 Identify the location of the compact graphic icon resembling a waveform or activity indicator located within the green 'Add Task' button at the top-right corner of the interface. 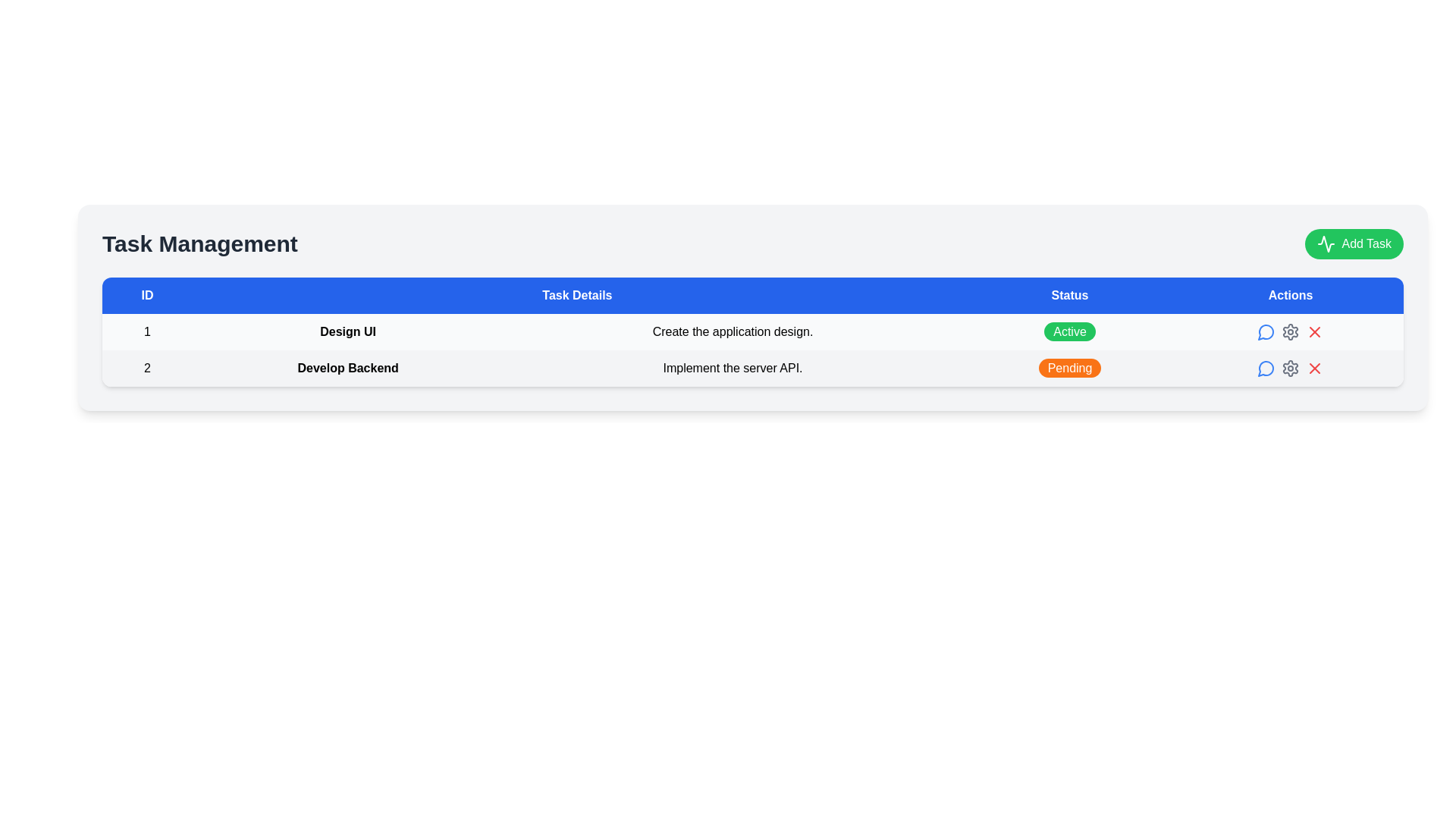
(1326, 243).